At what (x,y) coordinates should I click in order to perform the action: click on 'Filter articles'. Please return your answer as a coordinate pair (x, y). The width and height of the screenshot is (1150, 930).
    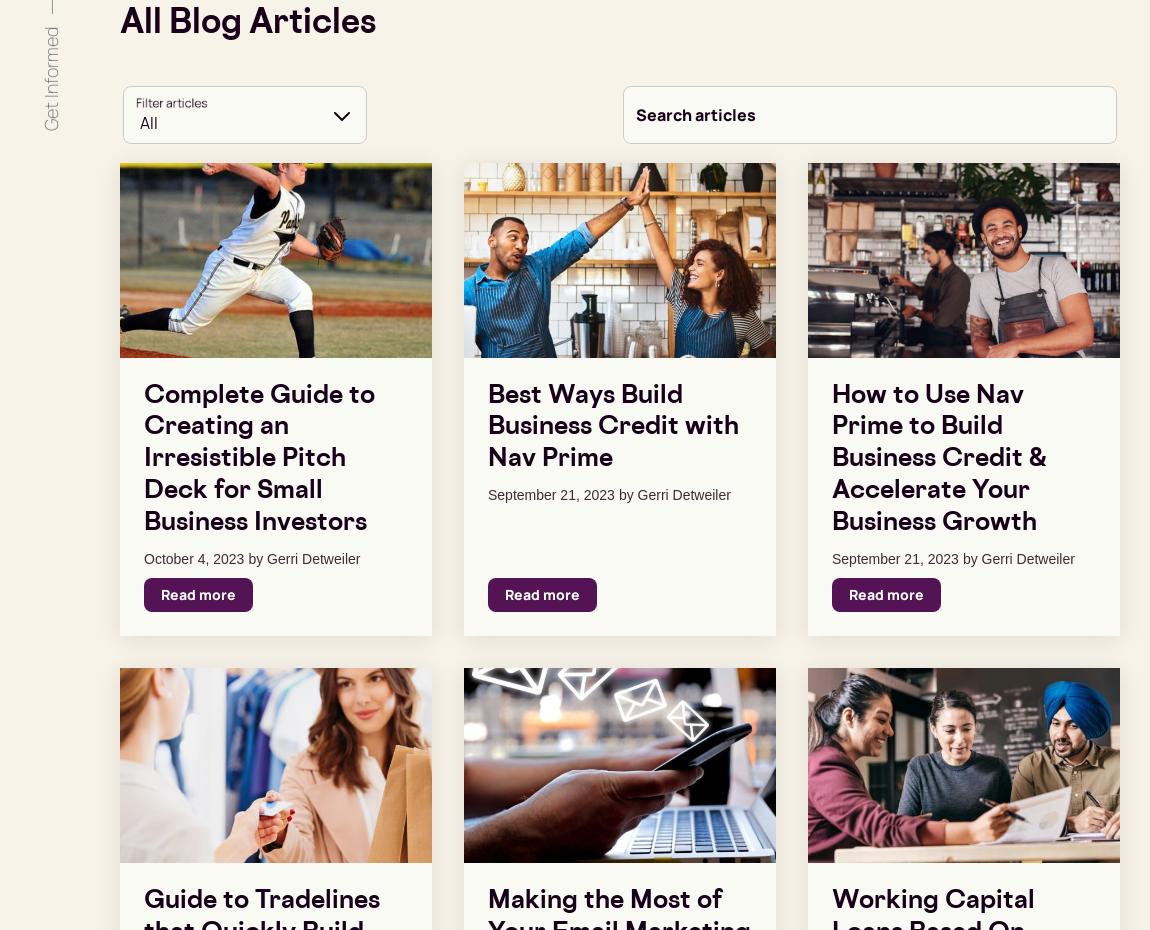
    Looking at the image, I should click on (170, 102).